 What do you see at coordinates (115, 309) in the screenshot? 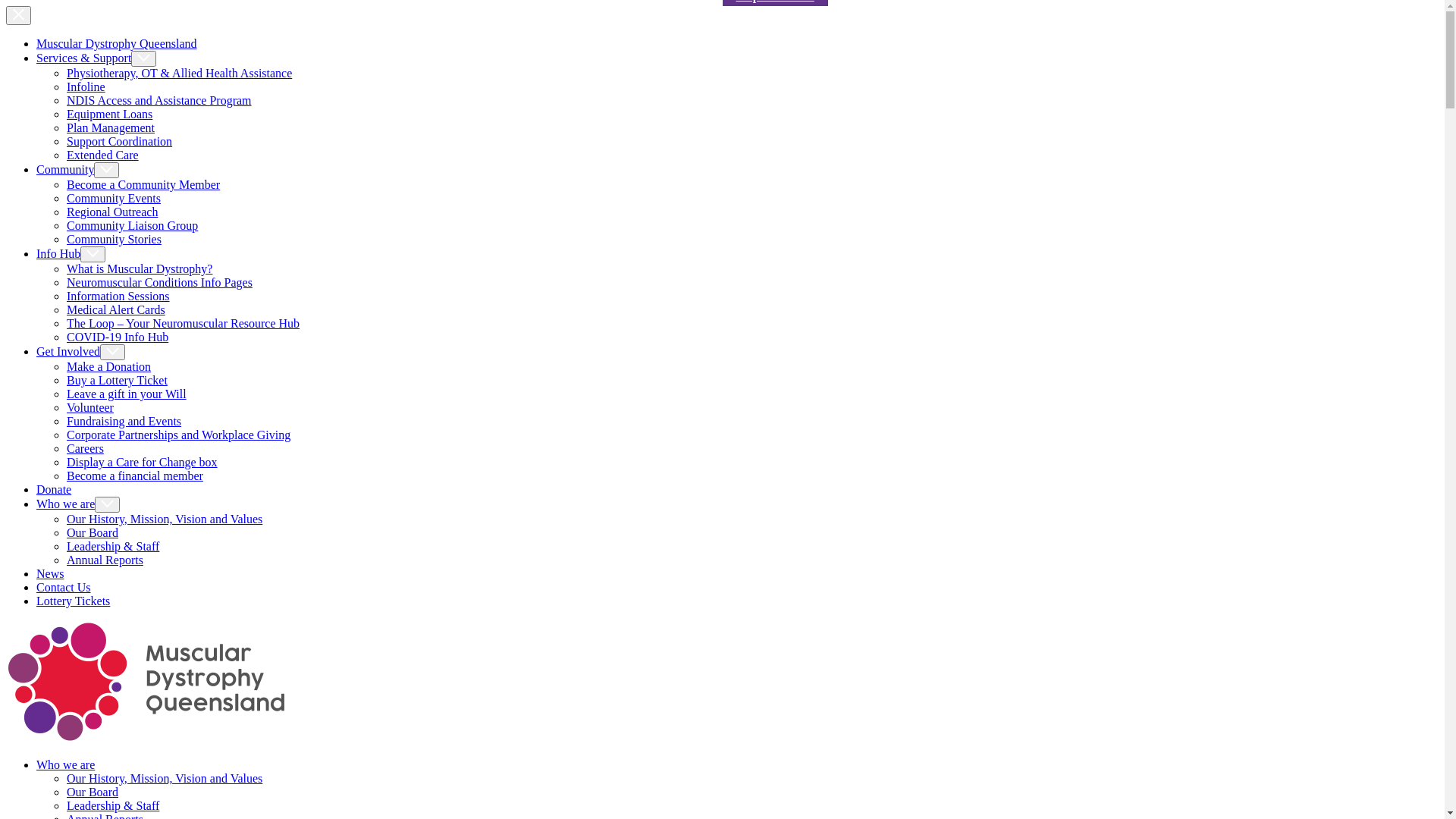
I see `'Medical Alert Cards'` at bounding box center [115, 309].